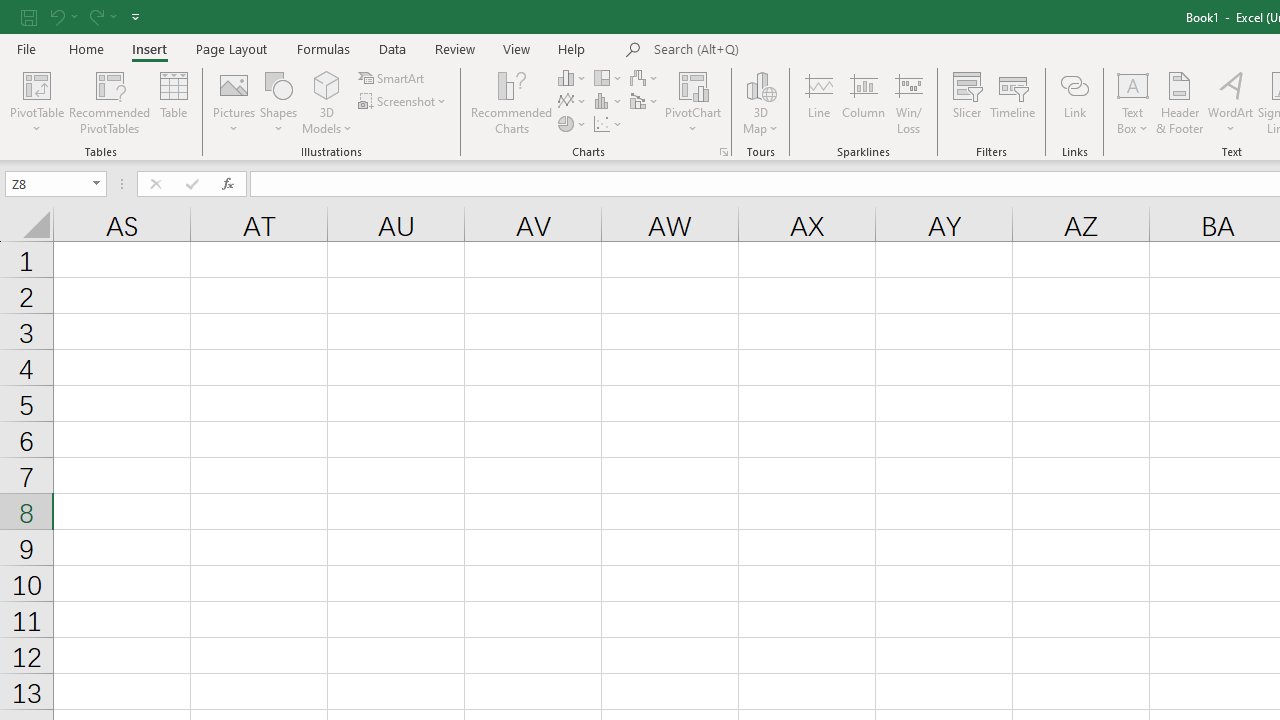  I want to click on 'Timeline', so click(1013, 103).